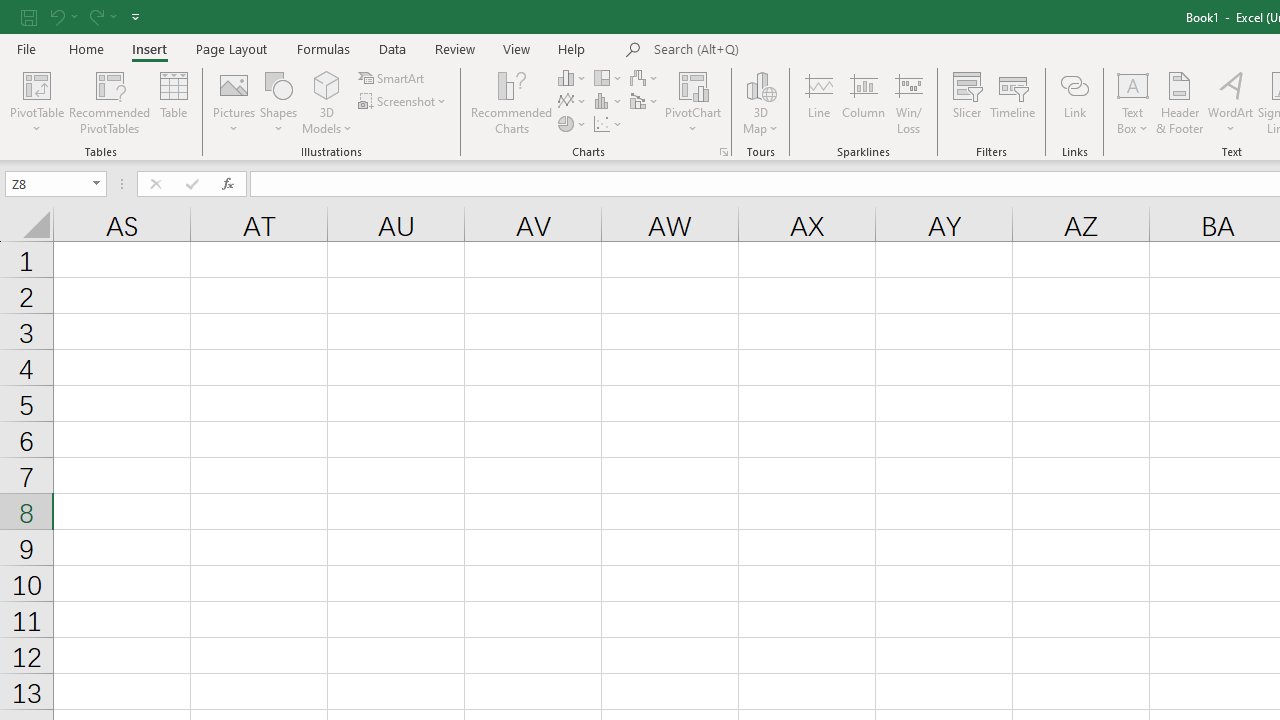  I want to click on 'Timeline', so click(1013, 103).